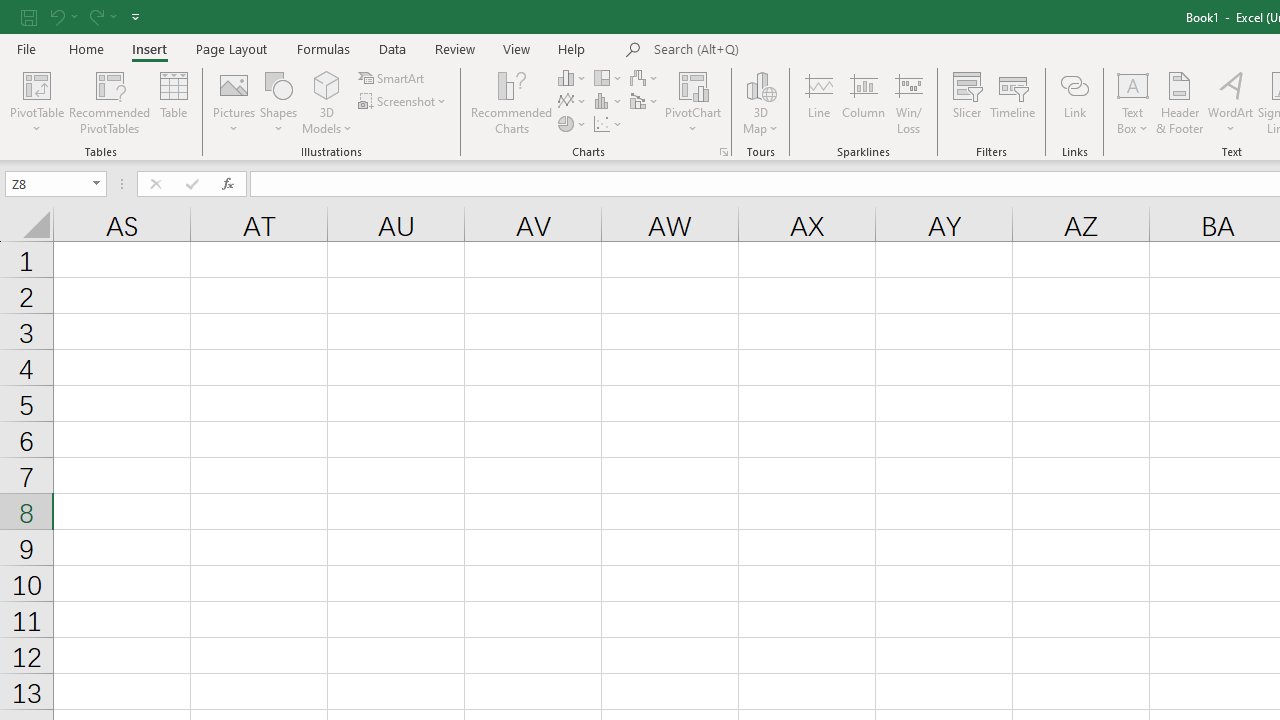  I want to click on 'Timeline', so click(1013, 103).